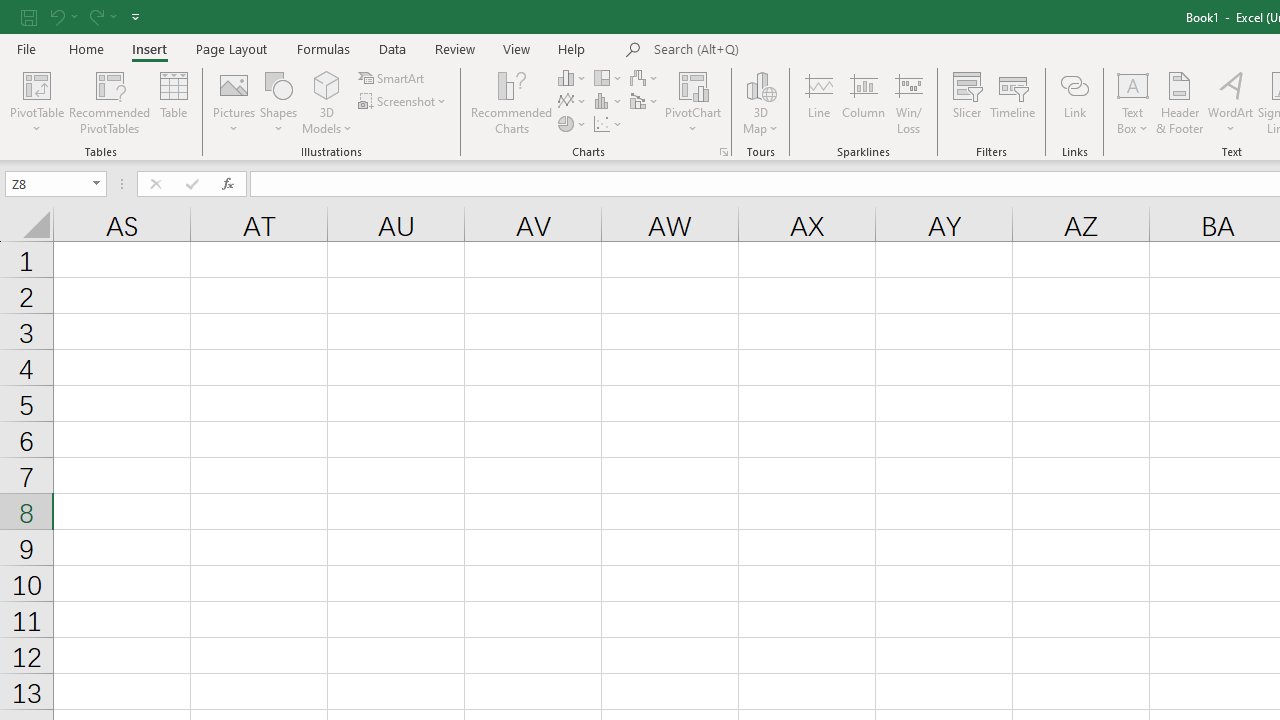  I want to click on 'Timeline', so click(1013, 103).